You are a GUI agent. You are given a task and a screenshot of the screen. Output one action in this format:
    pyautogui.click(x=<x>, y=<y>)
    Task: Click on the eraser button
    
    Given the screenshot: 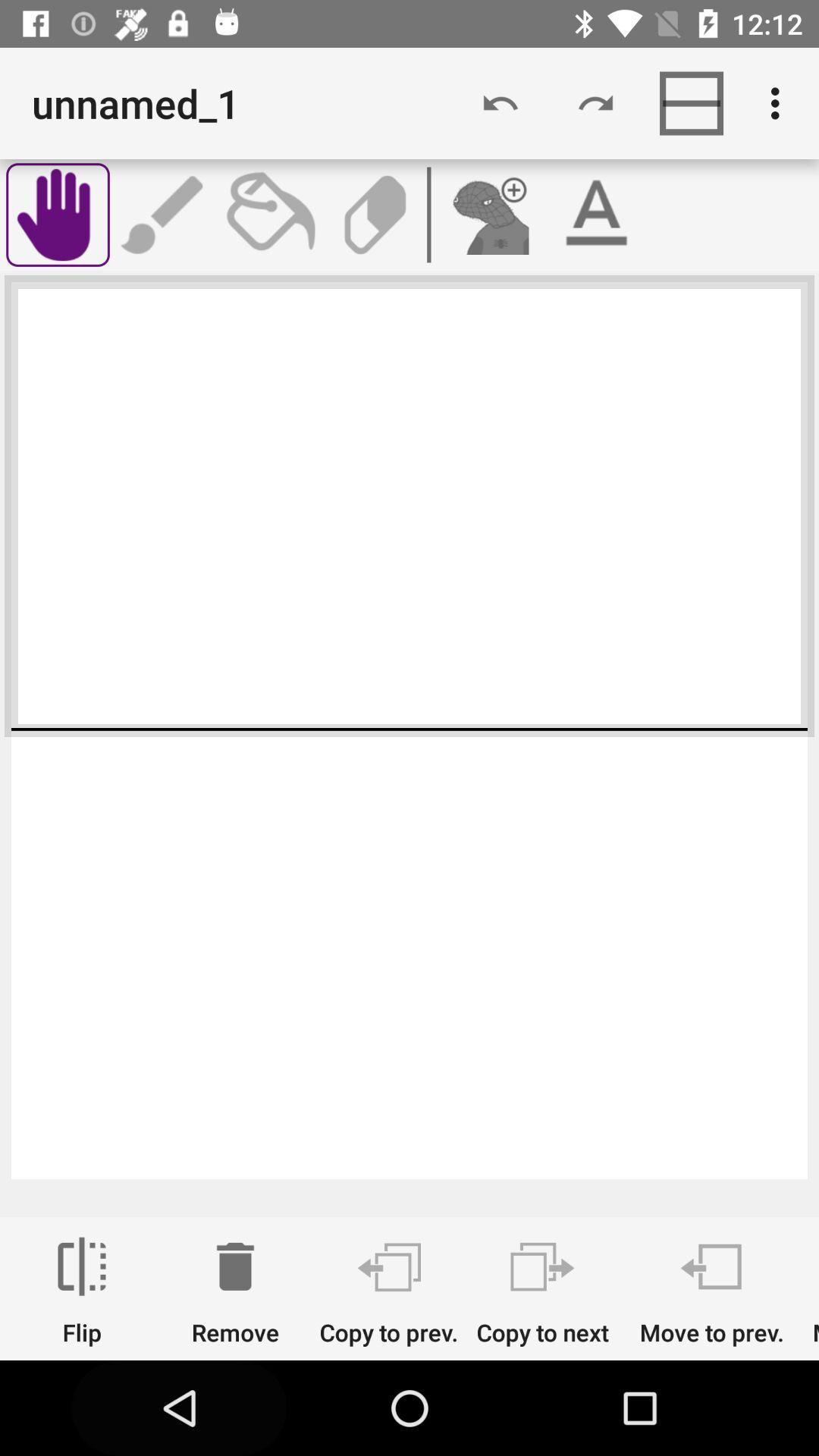 What is the action you would take?
    pyautogui.click(x=375, y=214)
    